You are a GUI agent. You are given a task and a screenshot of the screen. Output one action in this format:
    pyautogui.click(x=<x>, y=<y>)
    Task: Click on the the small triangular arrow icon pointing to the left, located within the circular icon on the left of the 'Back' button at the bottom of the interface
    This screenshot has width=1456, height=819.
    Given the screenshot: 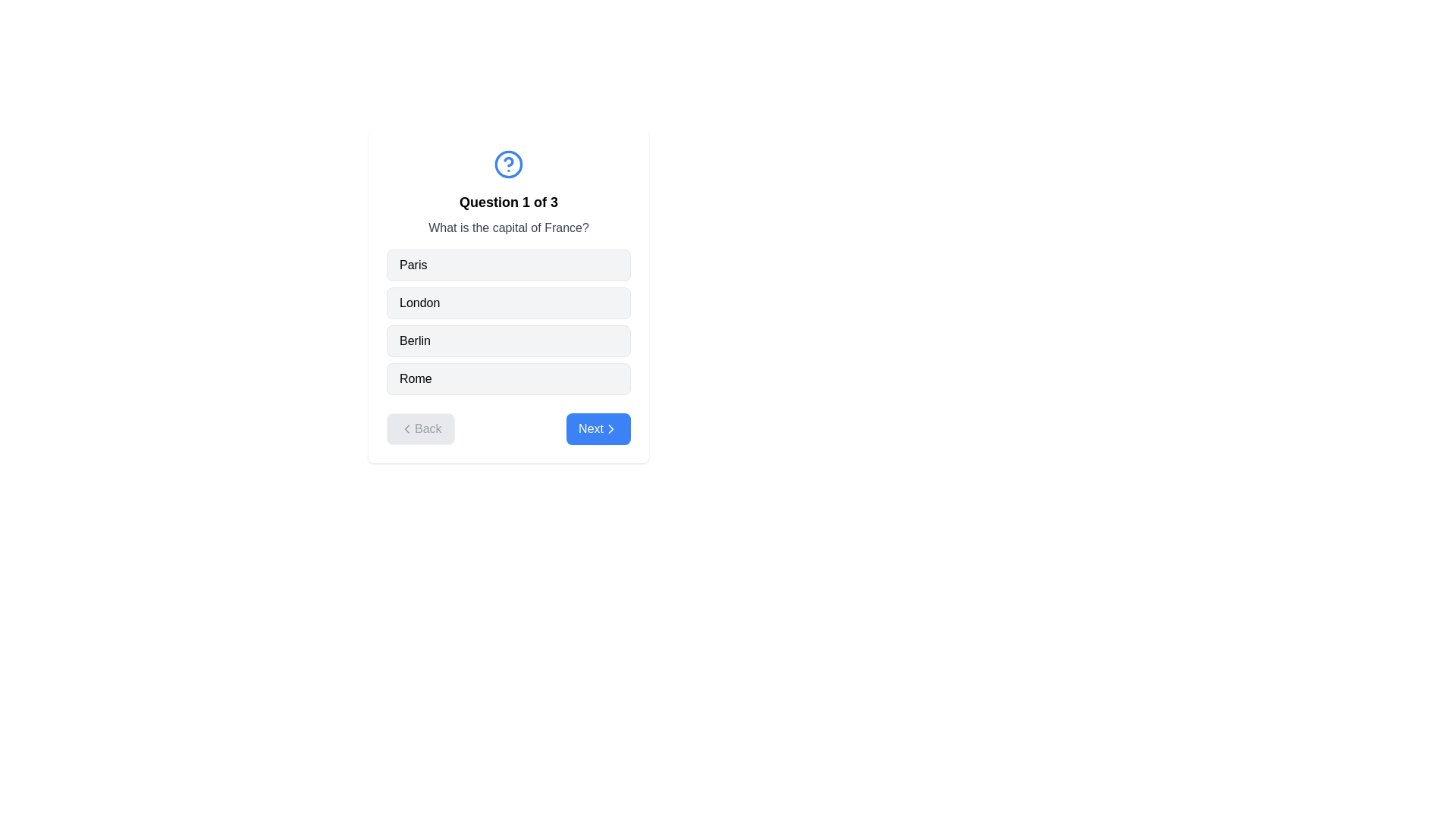 What is the action you would take?
    pyautogui.click(x=407, y=429)
    